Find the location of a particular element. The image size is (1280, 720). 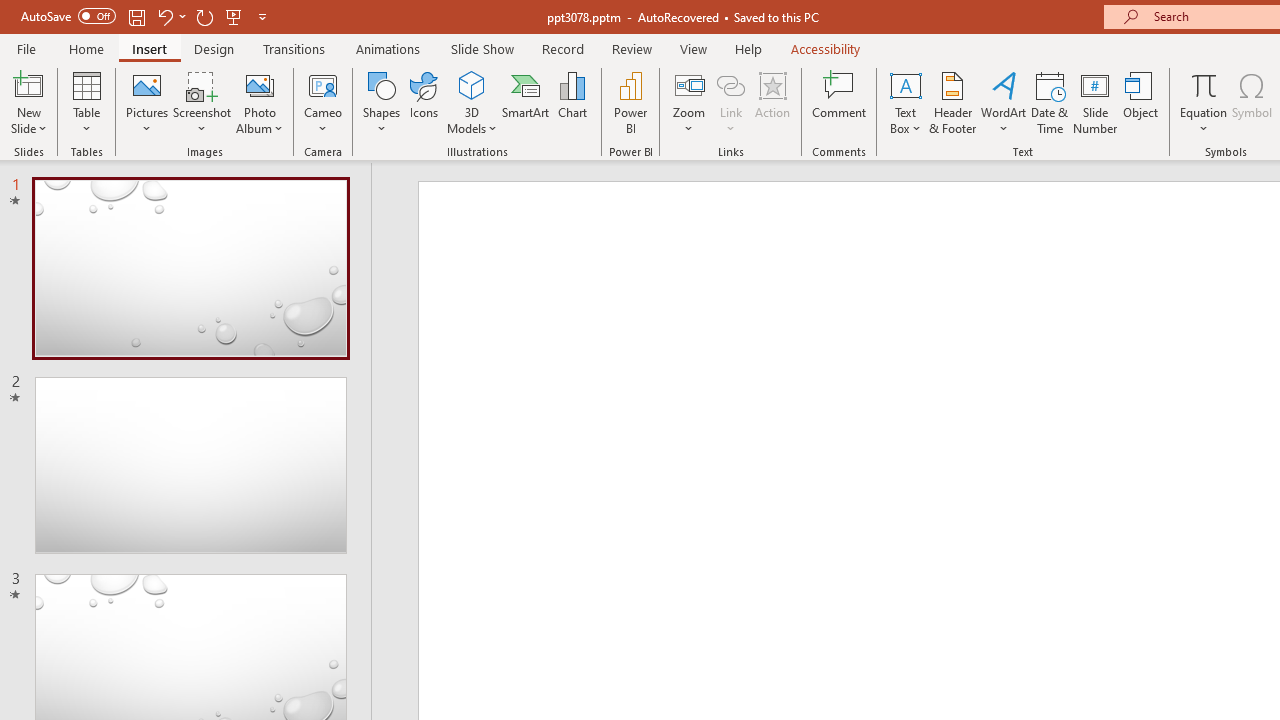

'Symbol...' is located at coordinates (1251, 103).